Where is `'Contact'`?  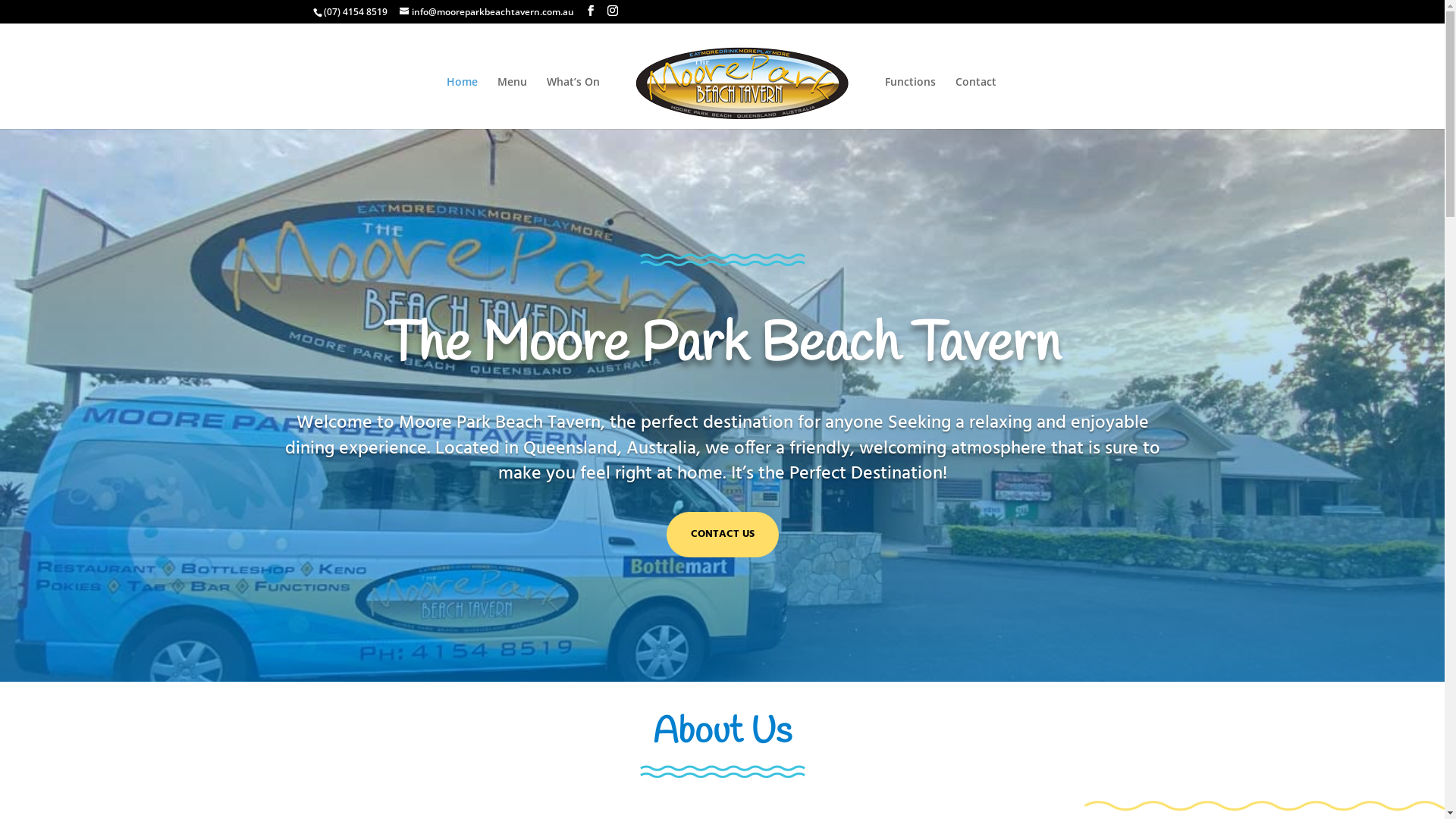 'Contact' is located at coordinates (975, 102).